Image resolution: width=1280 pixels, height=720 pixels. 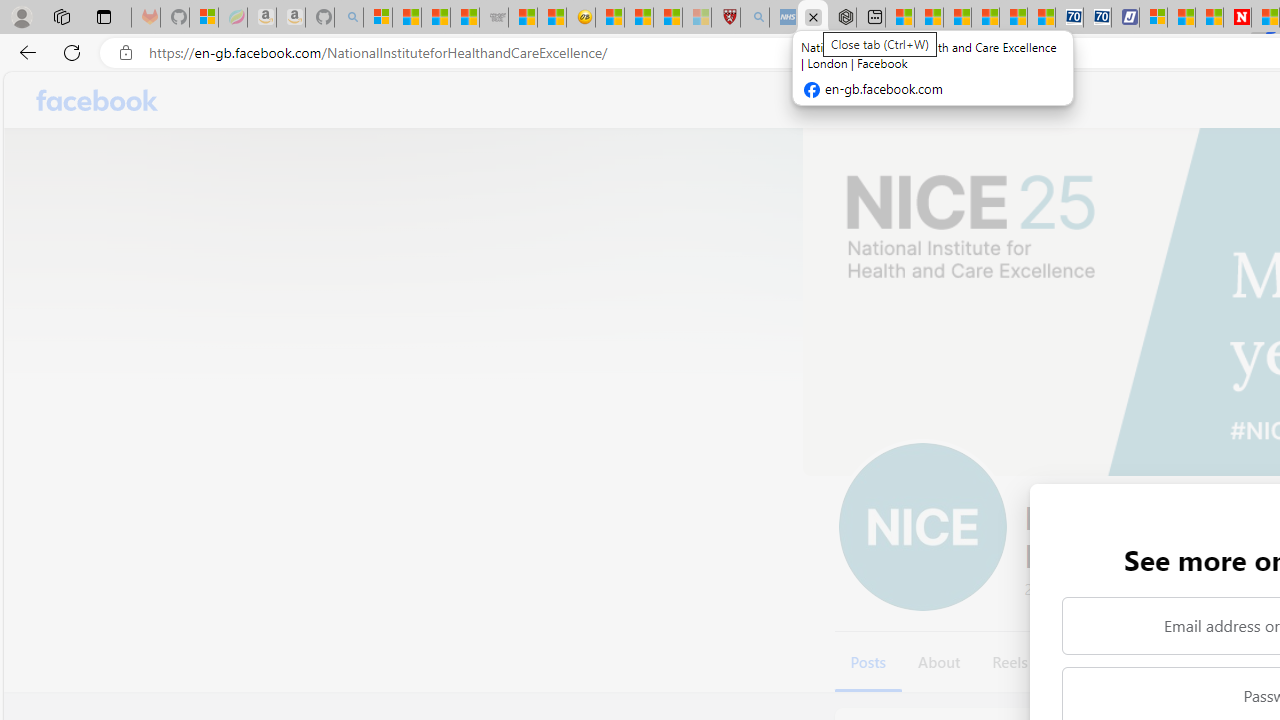 What do you see at coordinates (724, 17) in the screenshot?
I see `'Robert H. Shmerling, MD - Harvard Health'` at bounding box center [724, 17].